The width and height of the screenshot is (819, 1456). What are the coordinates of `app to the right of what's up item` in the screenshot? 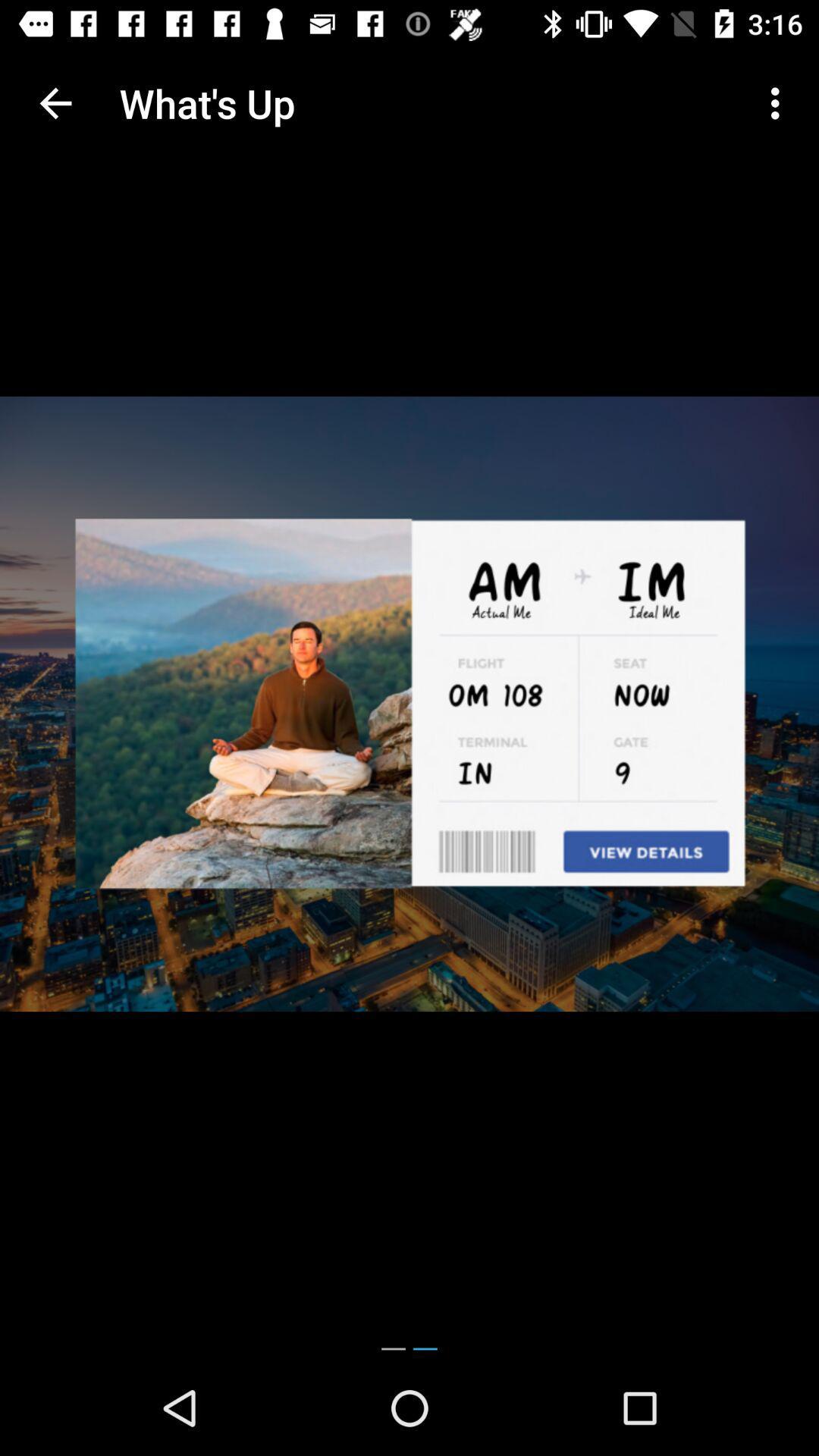 It's located at (779, 102).